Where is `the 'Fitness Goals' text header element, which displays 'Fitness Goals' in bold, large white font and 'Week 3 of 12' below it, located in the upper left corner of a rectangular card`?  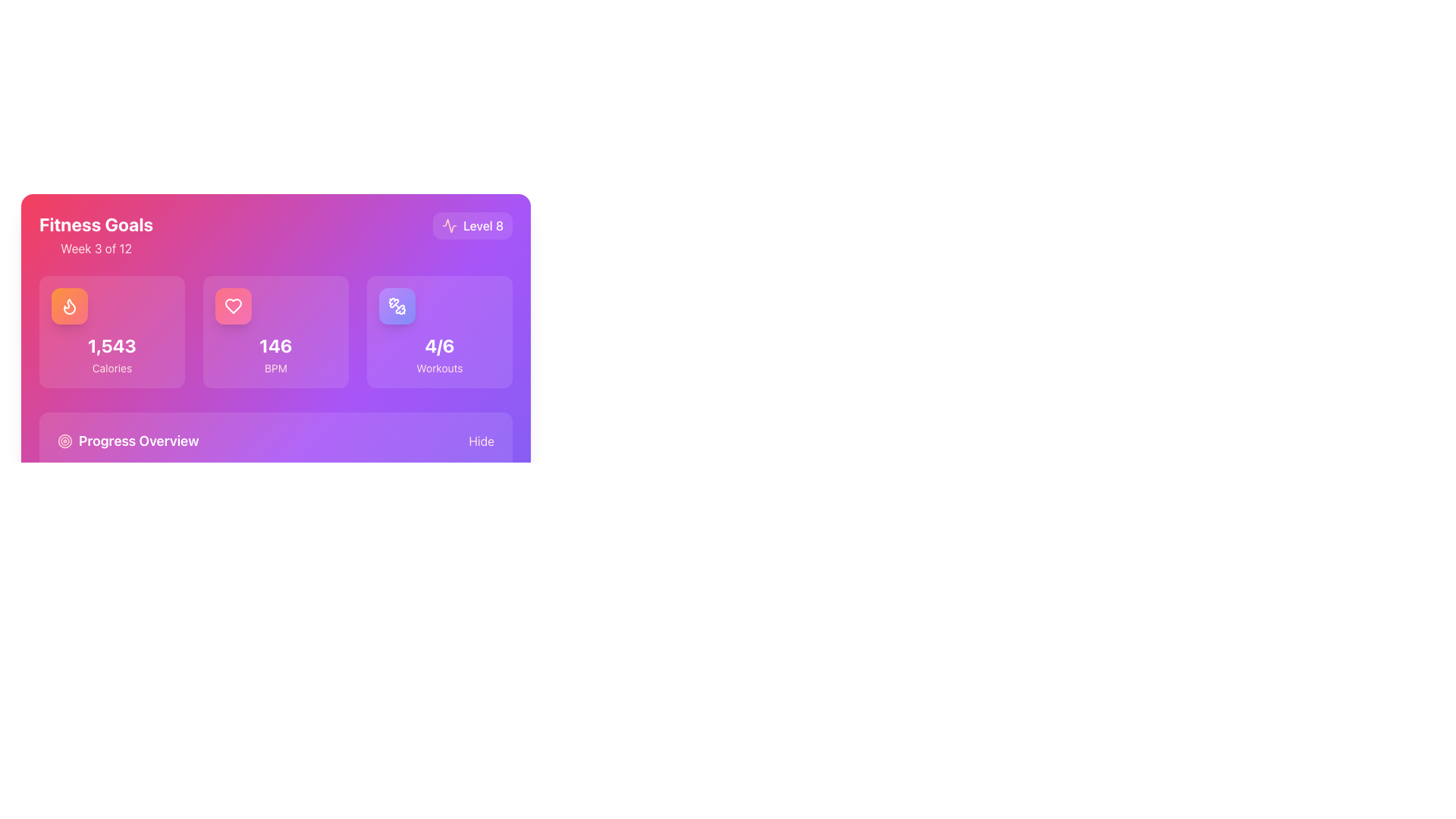
the 'Fitness Goals' text header element, which displays 'Fitness Goals' in bold, large white font and 'Week 3 of 12' below it, located in the upper left corner of a rectangular card is located at coordinates (96, 234).